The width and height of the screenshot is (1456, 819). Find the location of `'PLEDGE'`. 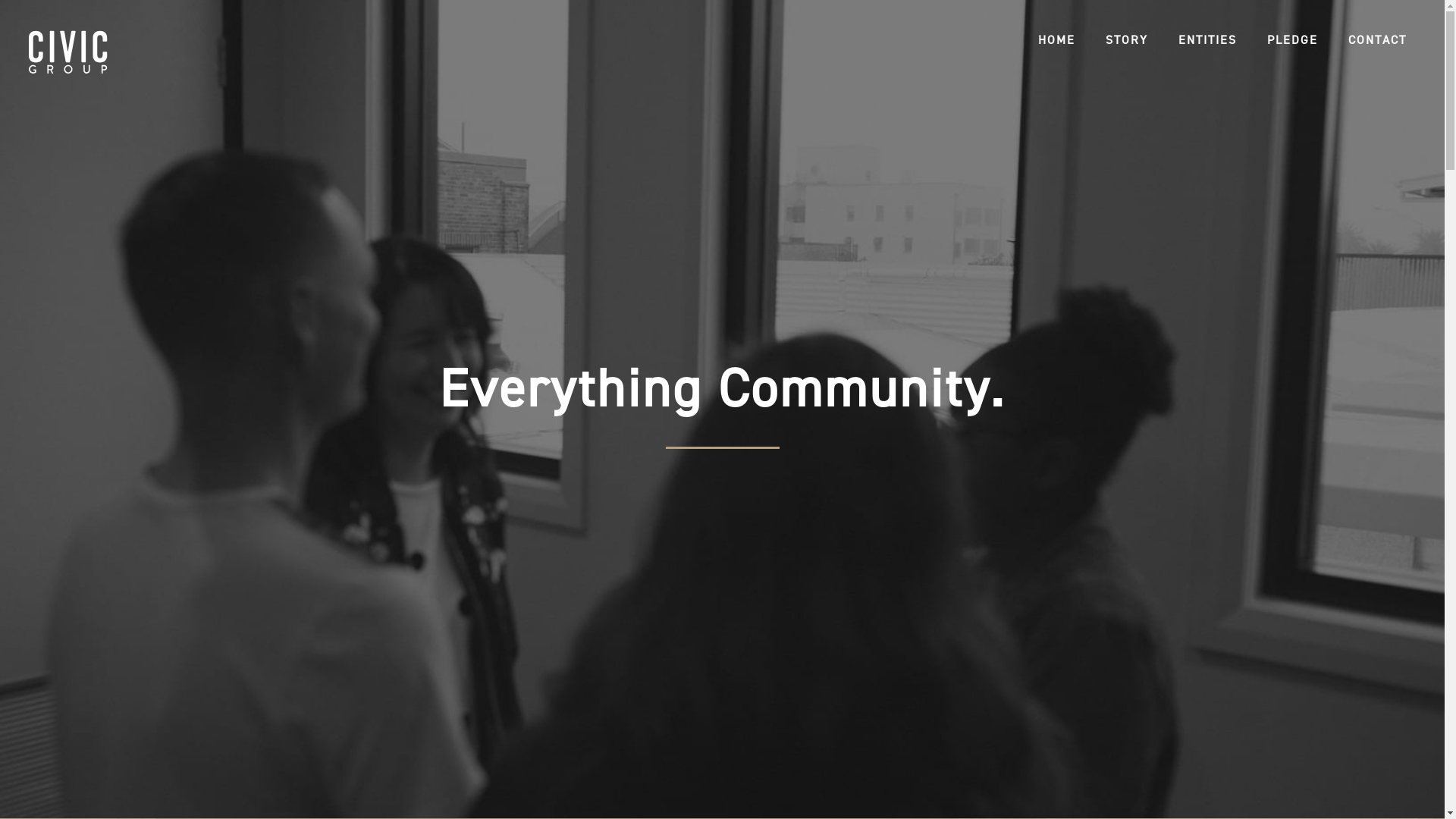

'PLEDGE' is located at coordinates (1291, 39).